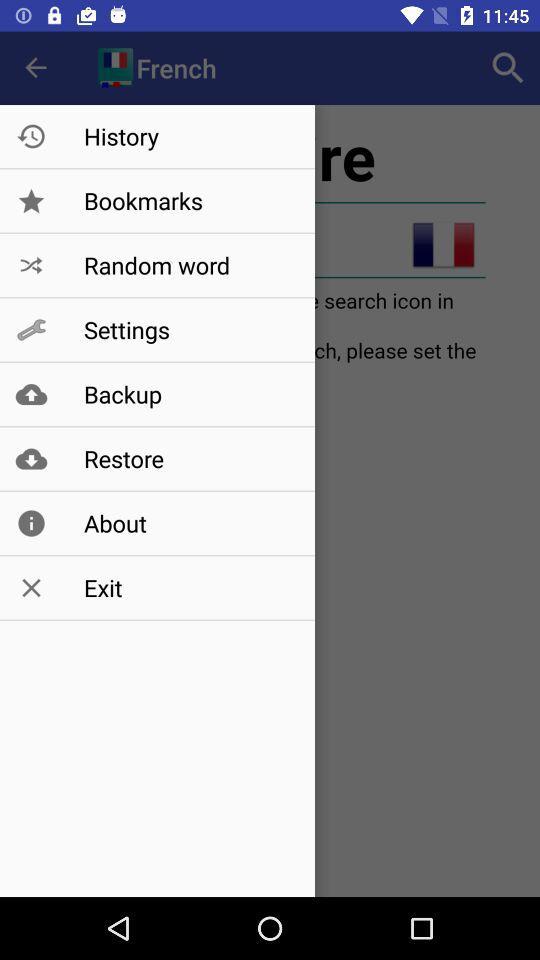  What do you see at coordinates (189, 135) in the screenshot?
I see `history item` at bounding box center [189, 135].